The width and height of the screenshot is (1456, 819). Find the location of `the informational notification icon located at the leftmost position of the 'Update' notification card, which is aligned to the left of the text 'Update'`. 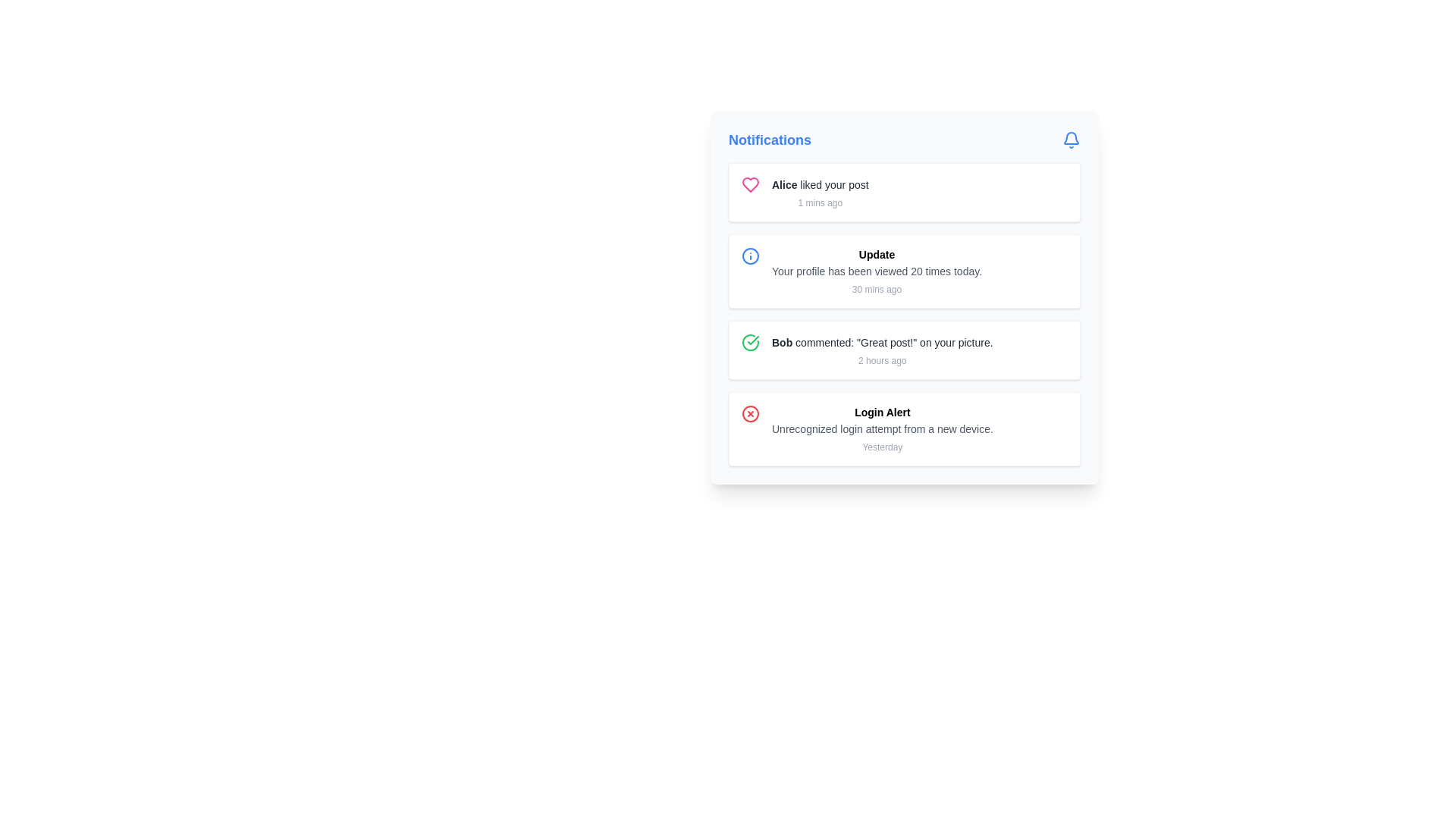

the informational notification icon located at the leftmost position of the 'Update' notification card, which is aligned to the left of the text 'Update' is located at coordinates (750, 256).